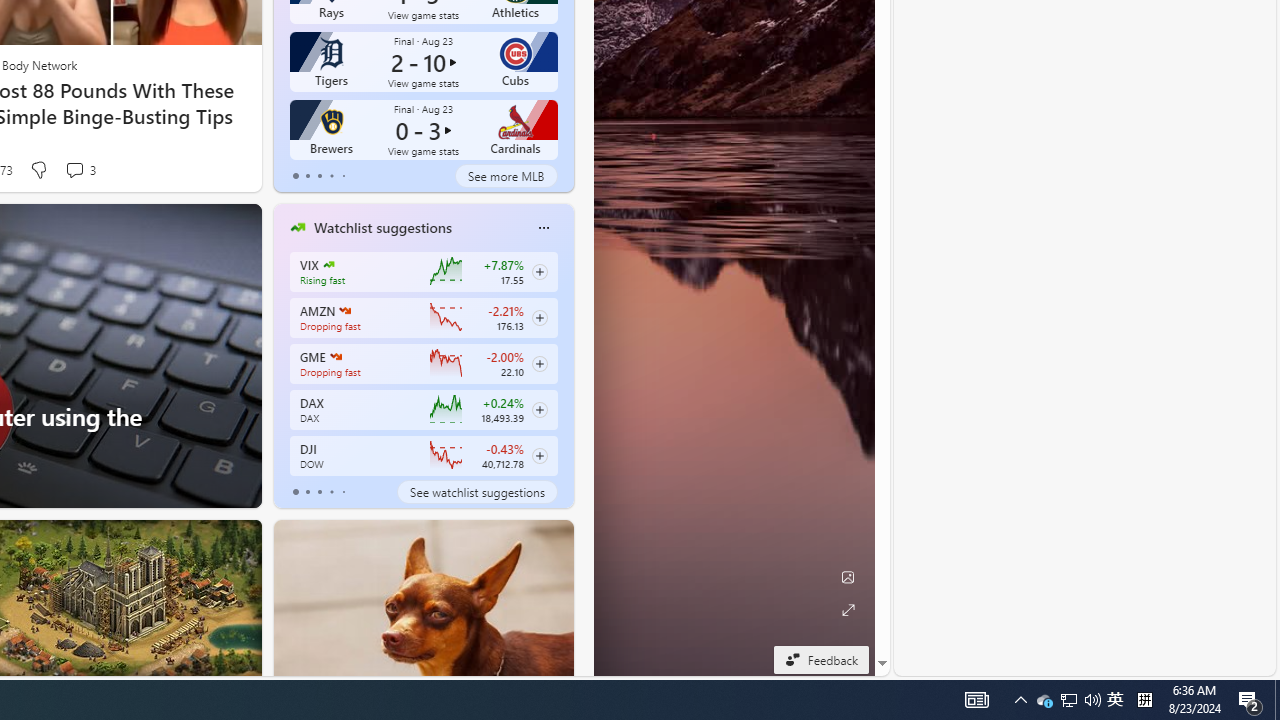 The width and height of the screenshot is (1280, 720). I want to click on 'tab-1', so click(306, 492).